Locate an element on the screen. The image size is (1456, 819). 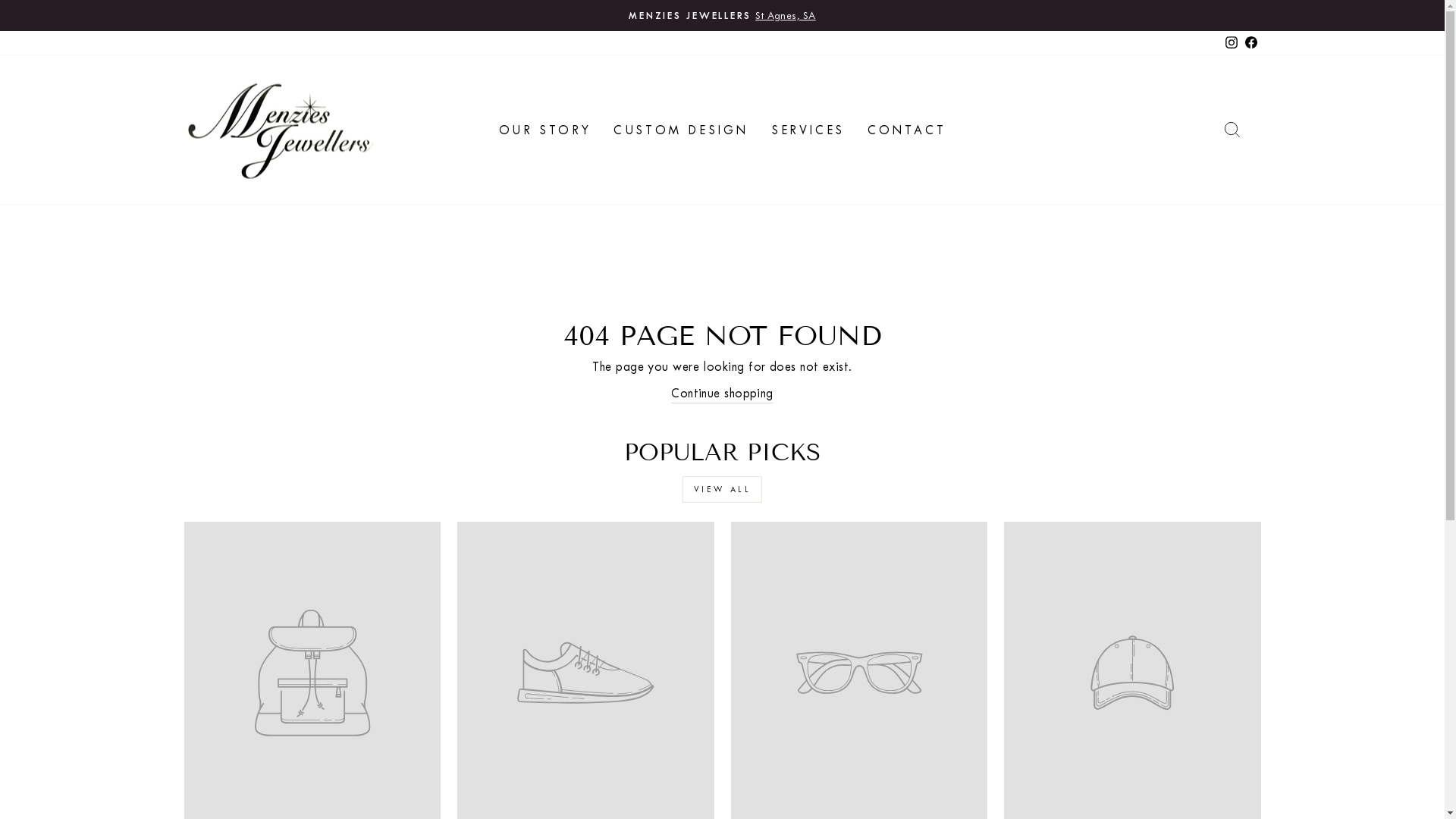
'OUR STORY' is located at coordinates (488, 128).